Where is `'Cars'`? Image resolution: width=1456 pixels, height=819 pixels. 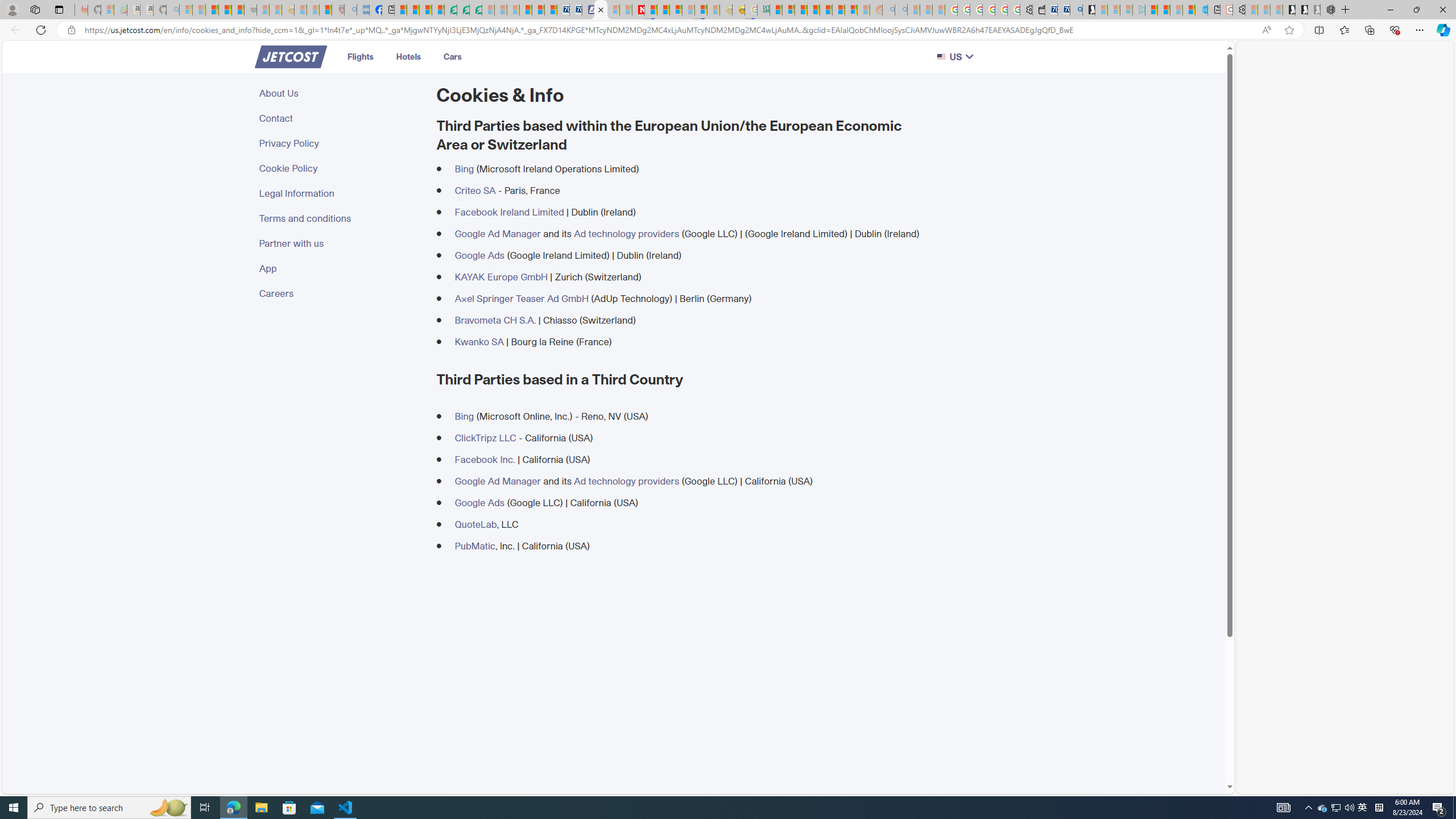
'Cars' is located at coordinates (452, 56).